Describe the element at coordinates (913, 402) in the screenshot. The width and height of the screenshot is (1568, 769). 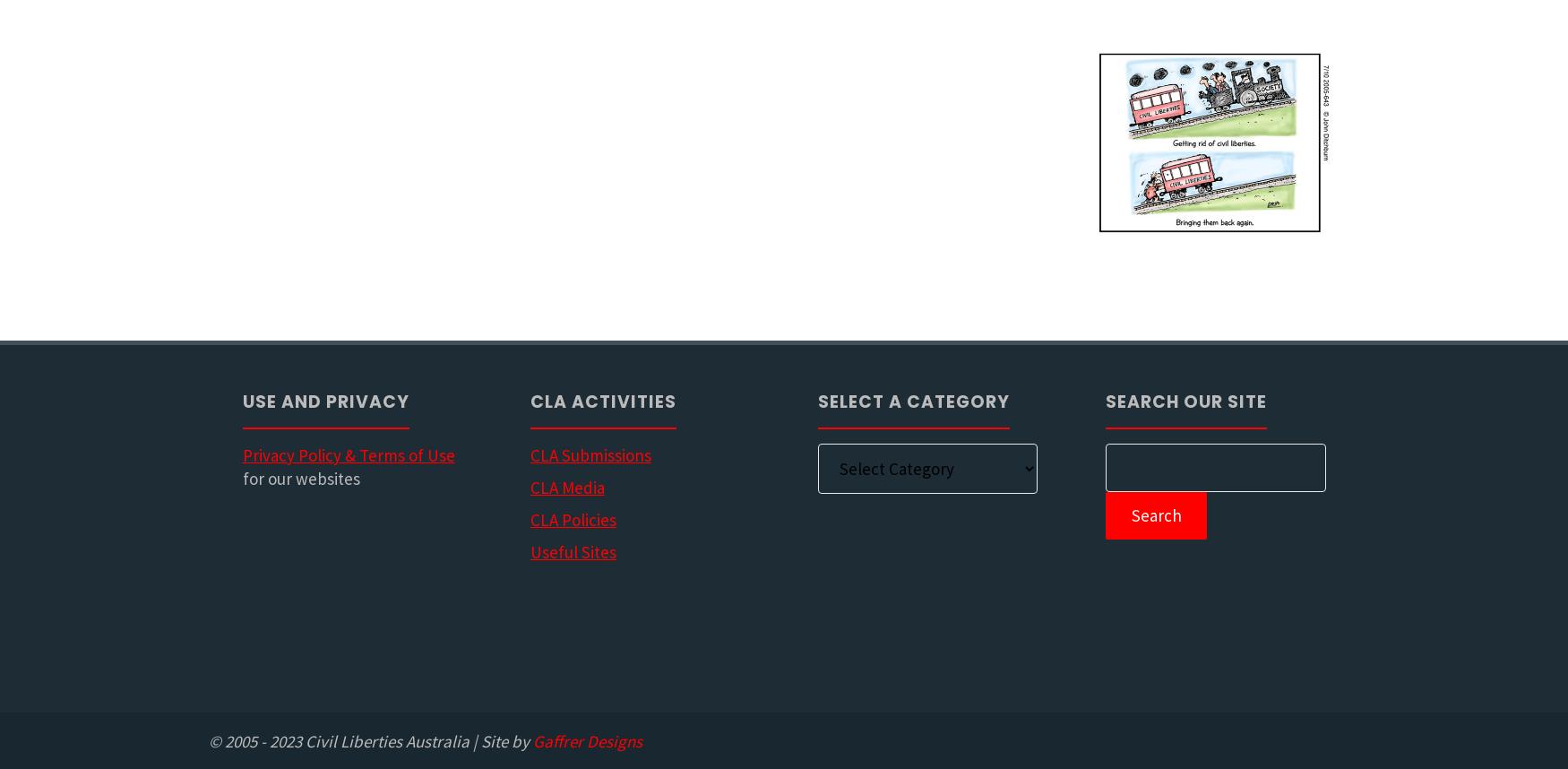
I see `'Select a Category'` at that location.